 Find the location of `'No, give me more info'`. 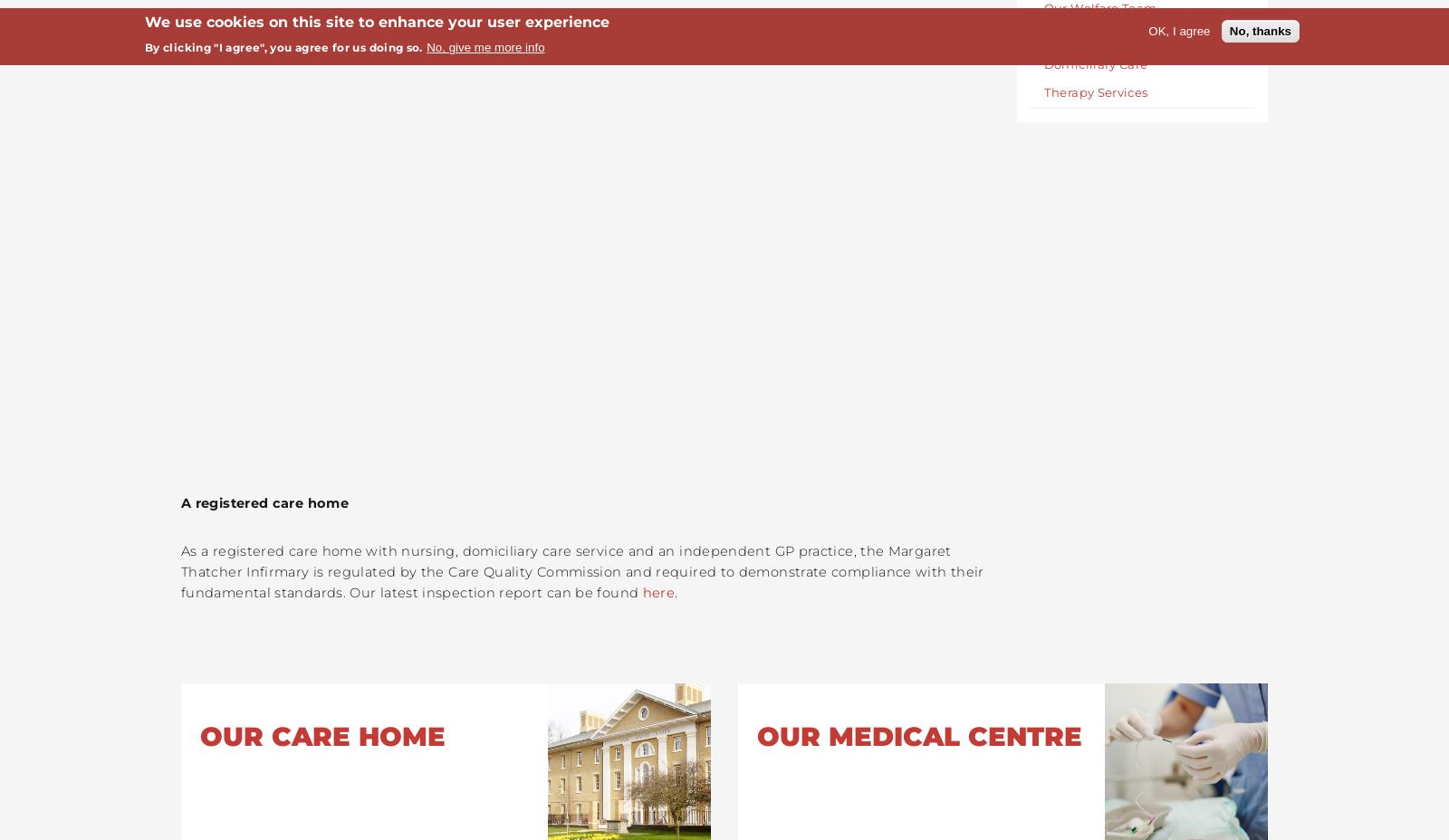

'No, give me more info' is located at coordinates (485, 46).